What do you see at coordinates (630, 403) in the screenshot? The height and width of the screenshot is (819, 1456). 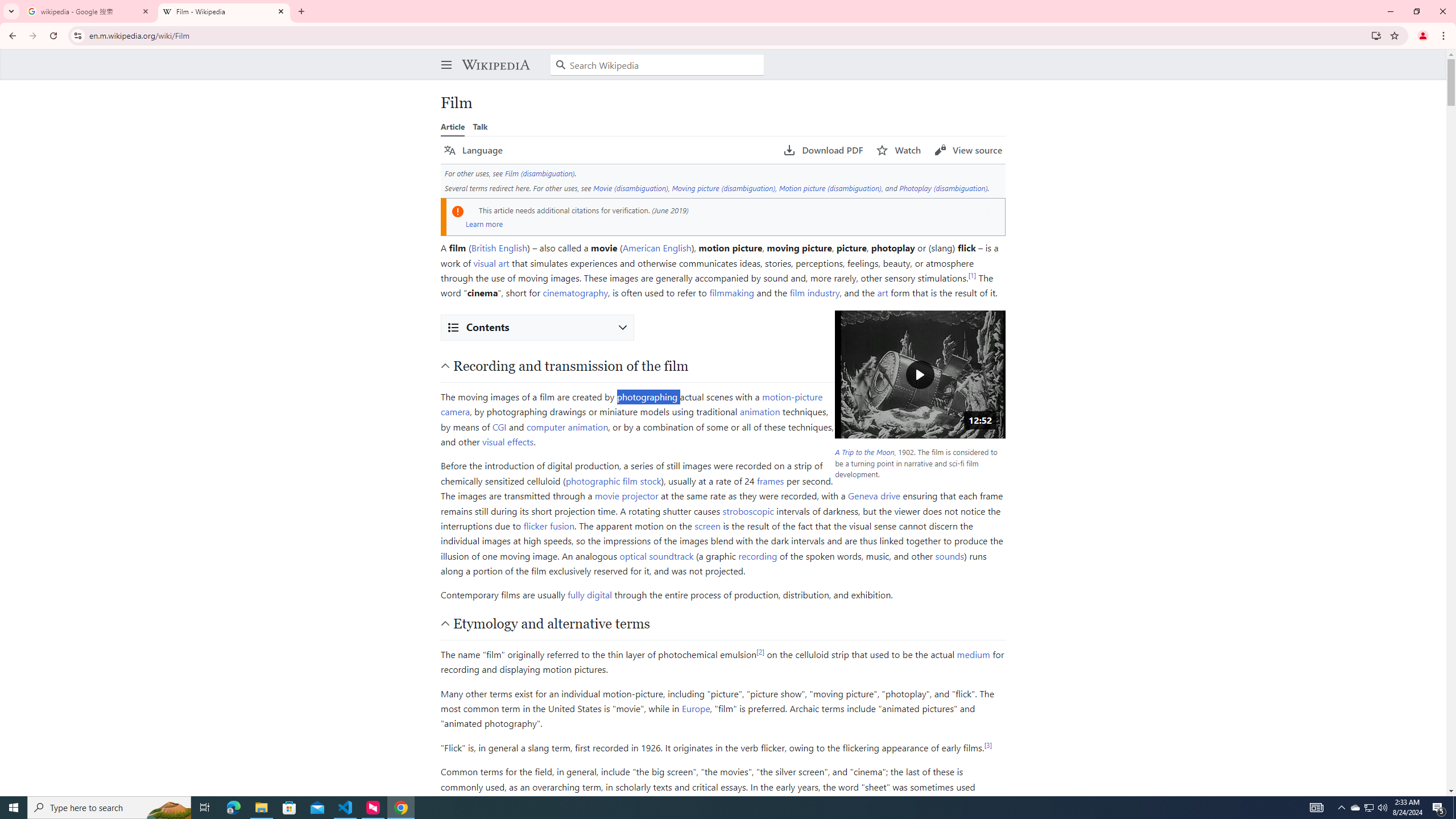 I see `'motion-picture camera'` at bounding box center [630, 403].